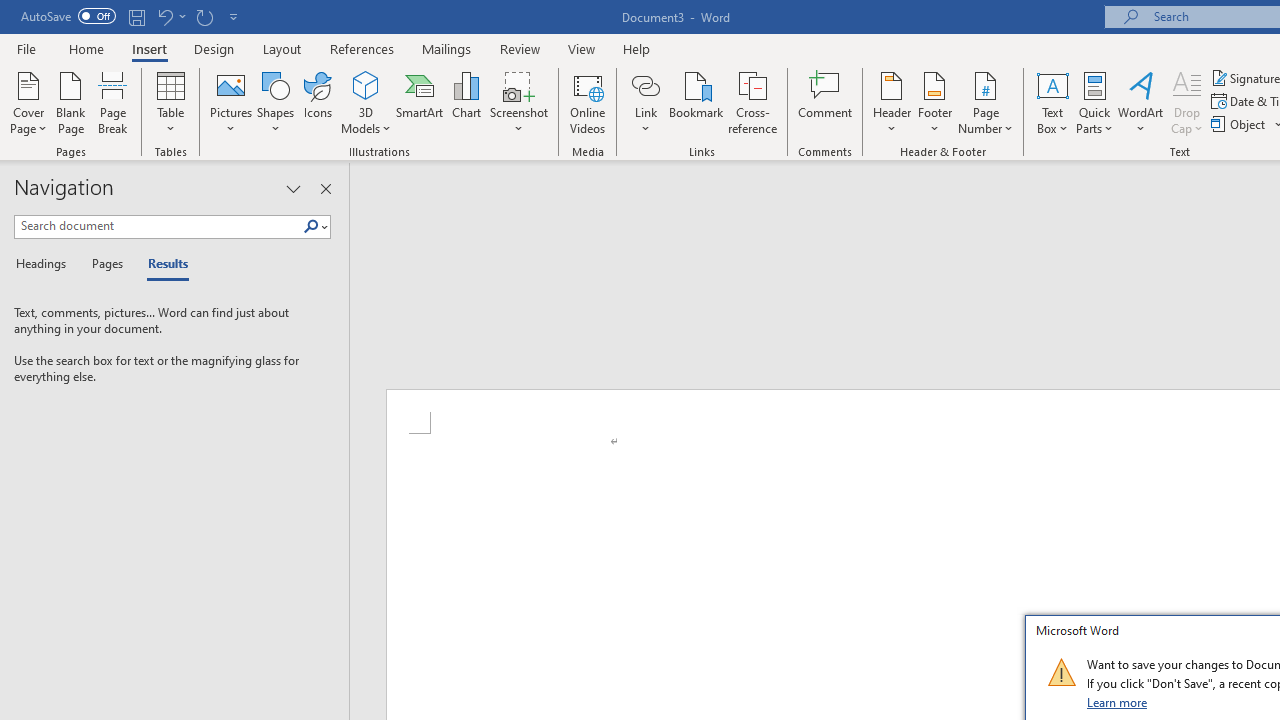 This screenshot has height=720, width=1280. Describe the element at coordinates (366, 103) in the screenshot. I see `'3D Models'` at that location.